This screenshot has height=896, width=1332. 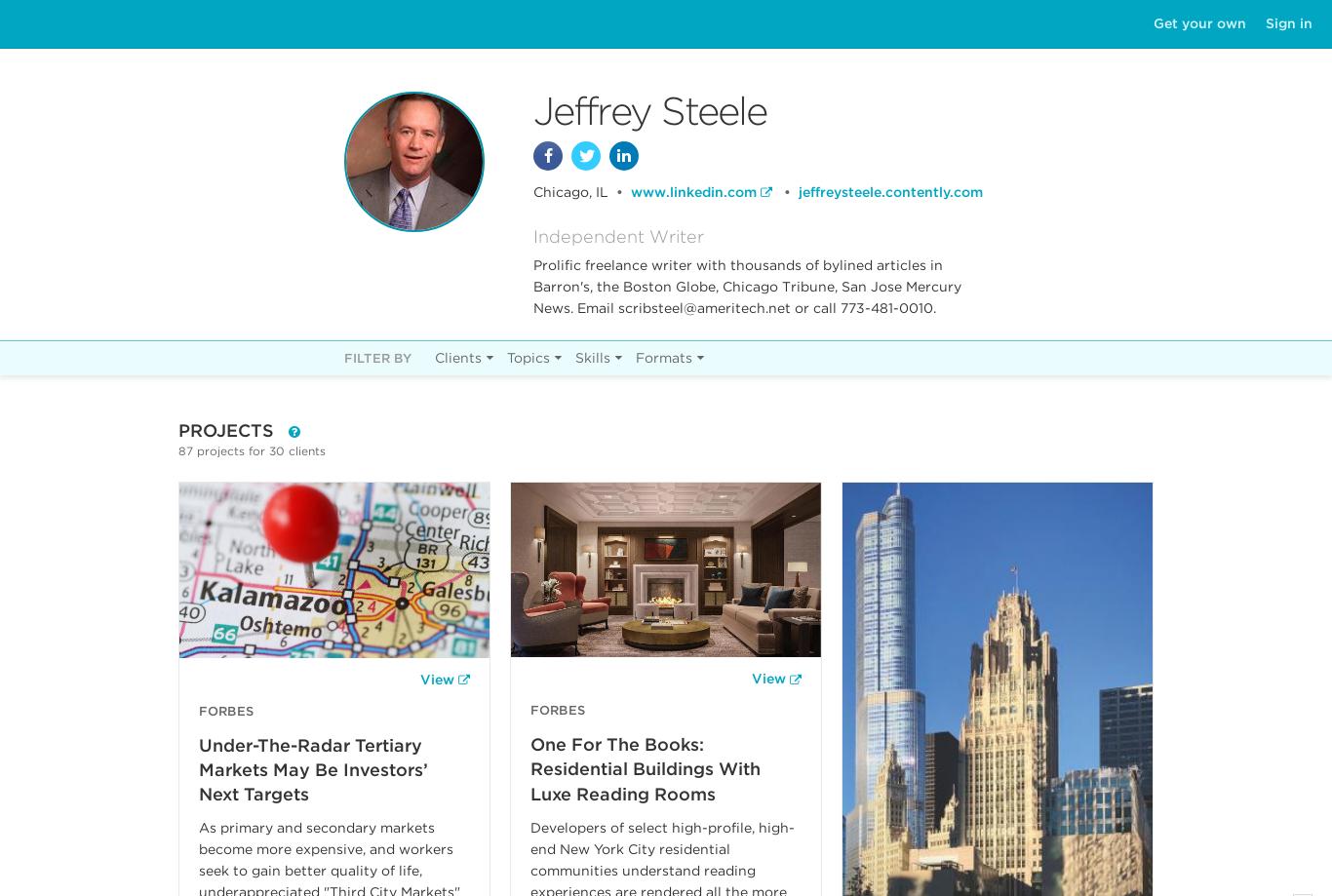 What do you see at coordinates (184, 449) in the screenshot?
I see `'87'` at bounding box center [184, 449].